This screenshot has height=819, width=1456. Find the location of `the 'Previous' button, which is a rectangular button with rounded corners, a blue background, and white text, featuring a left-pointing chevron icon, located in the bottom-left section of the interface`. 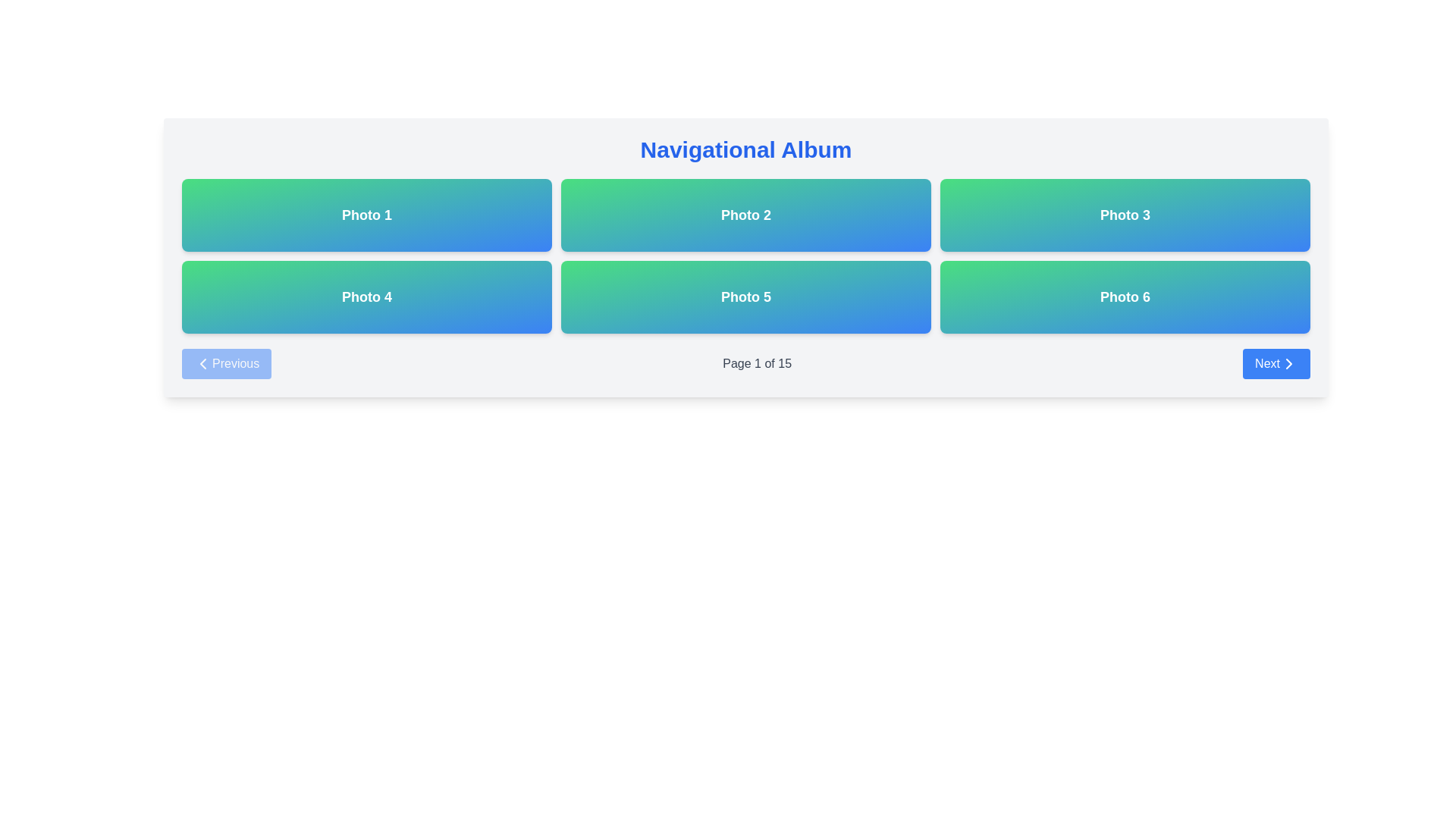

the 'Previous' button, which is a rectangular button with rounded corners, a blue background, and white text, featuring a left-pointing chevron icon, located in the bottom-left section of the interface is located at coordinates (226, 363).